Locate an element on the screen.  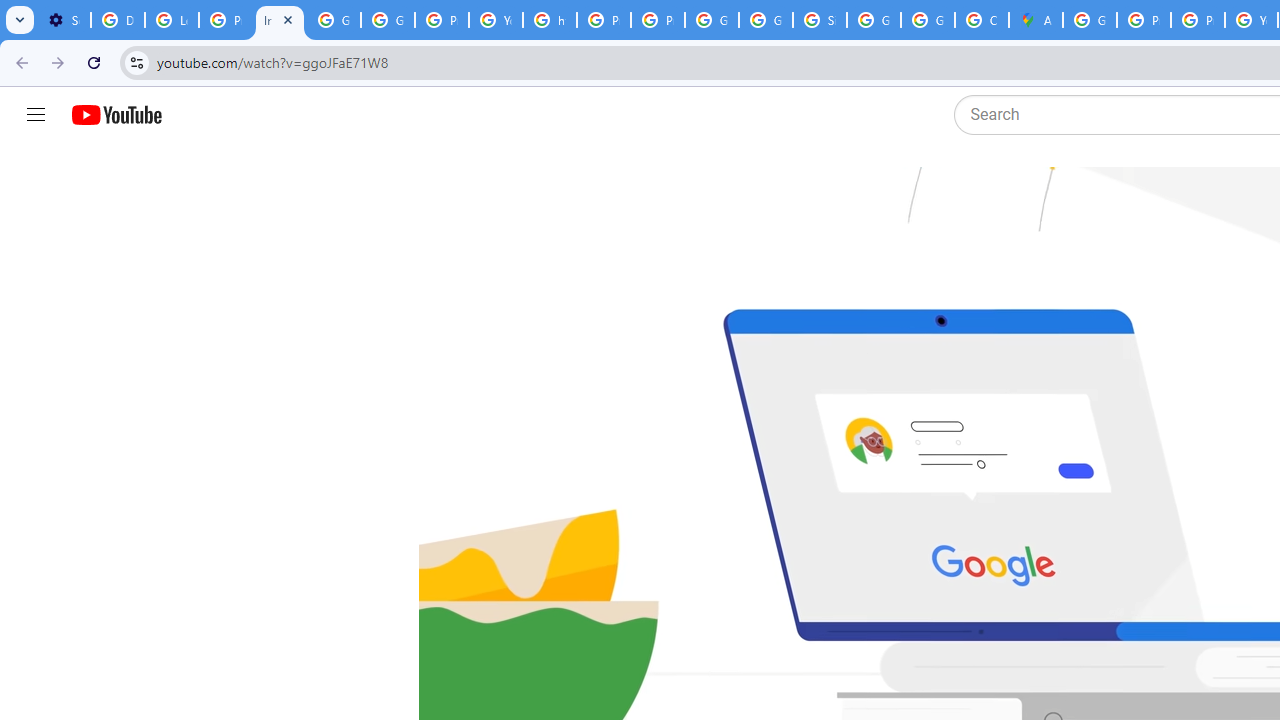
'Guide' is located at coordinates (35, 115).